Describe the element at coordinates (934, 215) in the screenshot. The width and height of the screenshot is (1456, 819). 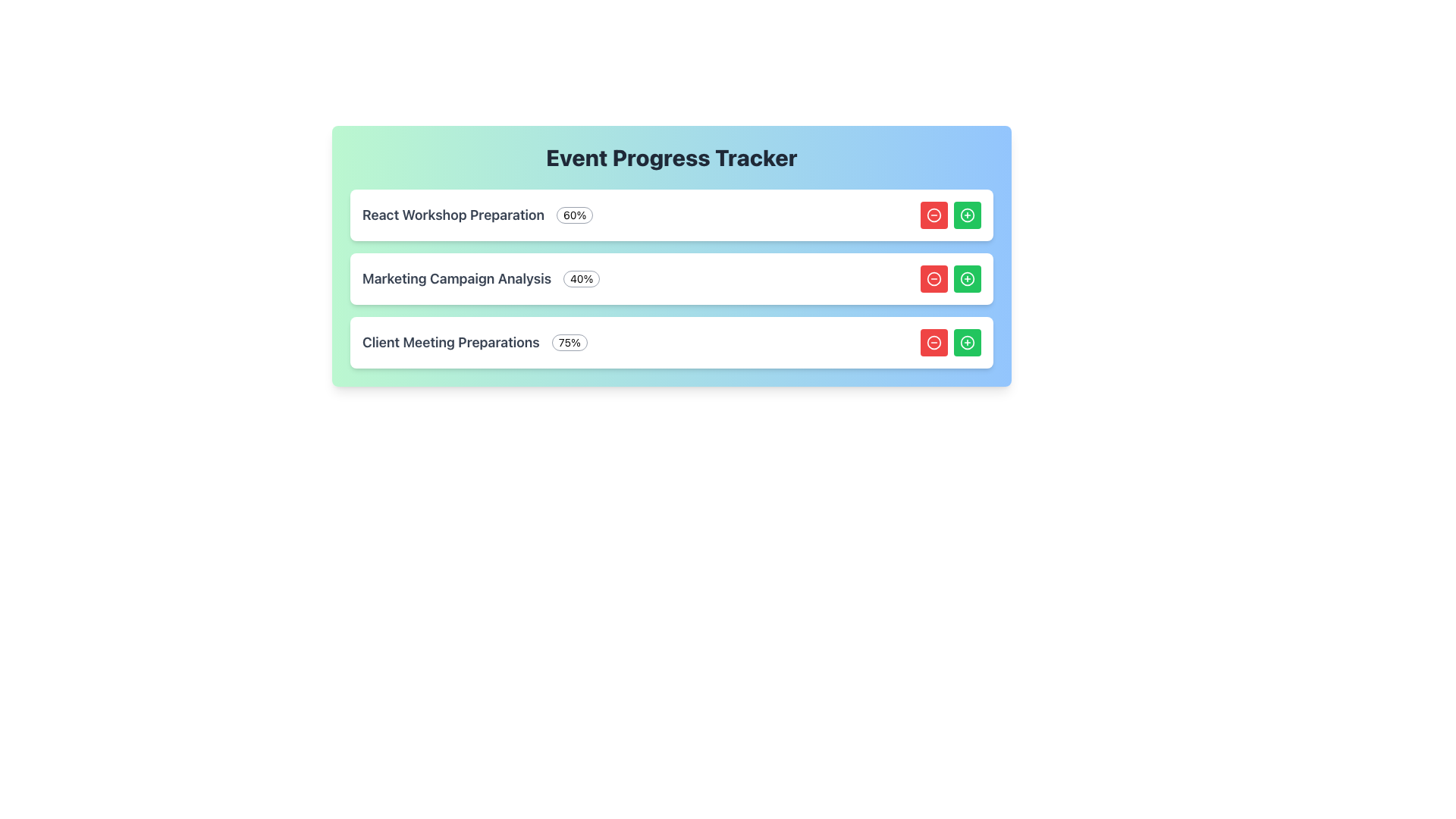
I see `the red circular icon with a minus sign, which is part of a control panel in the top row of task management entries` at that location.